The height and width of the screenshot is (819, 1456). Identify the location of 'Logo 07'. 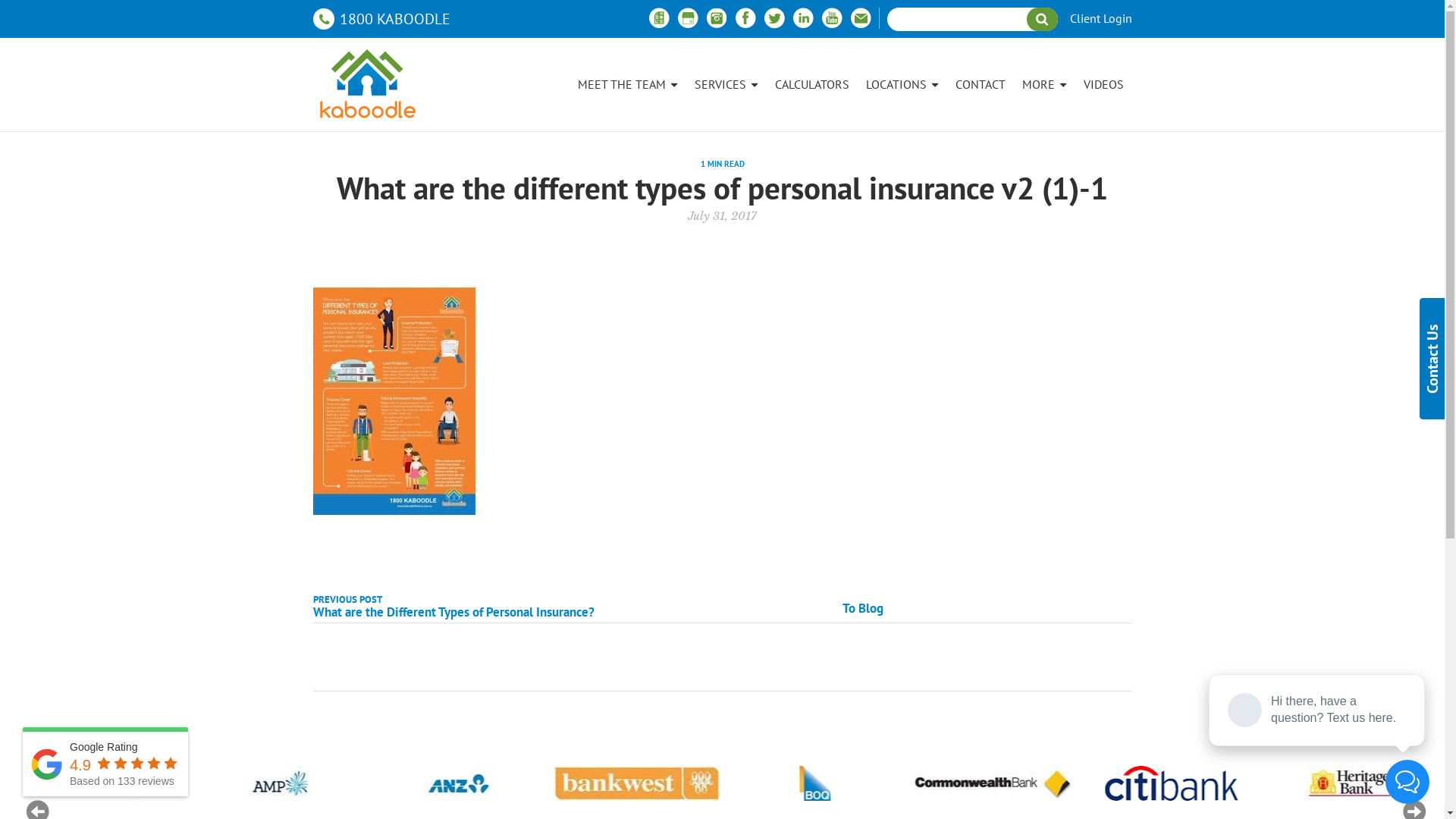
(986, 783).